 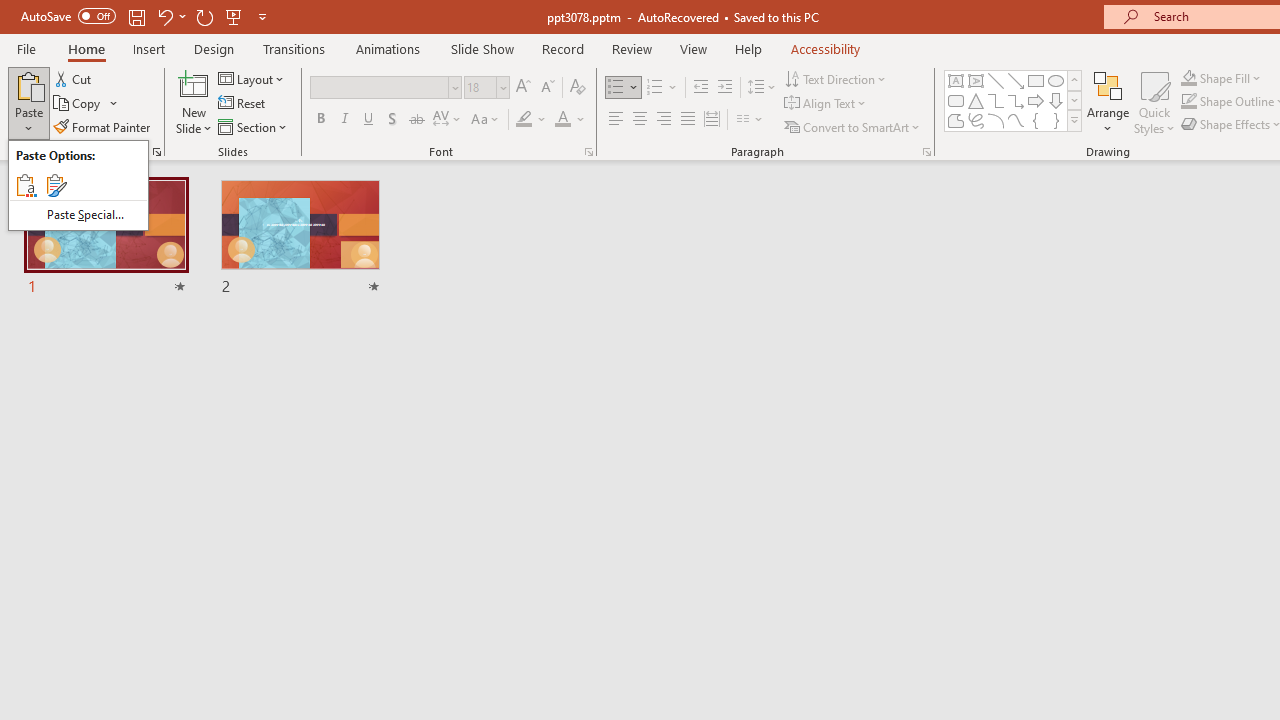 What do you see at coordinates (826, 103) in the screenshot?
I see `'Align Text'` at bounding box center [826, 103].